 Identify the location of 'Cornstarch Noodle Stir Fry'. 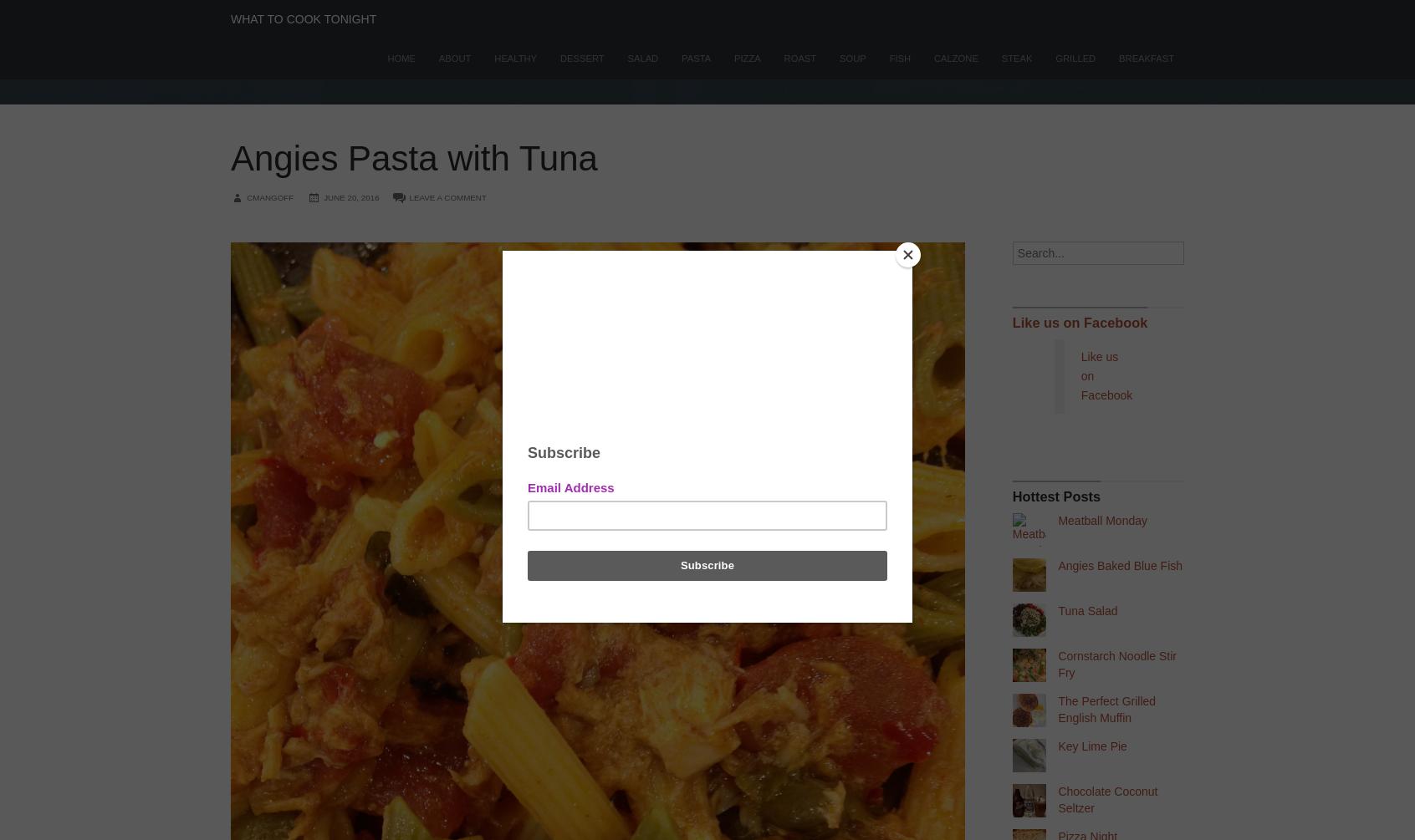
(1116, 664).